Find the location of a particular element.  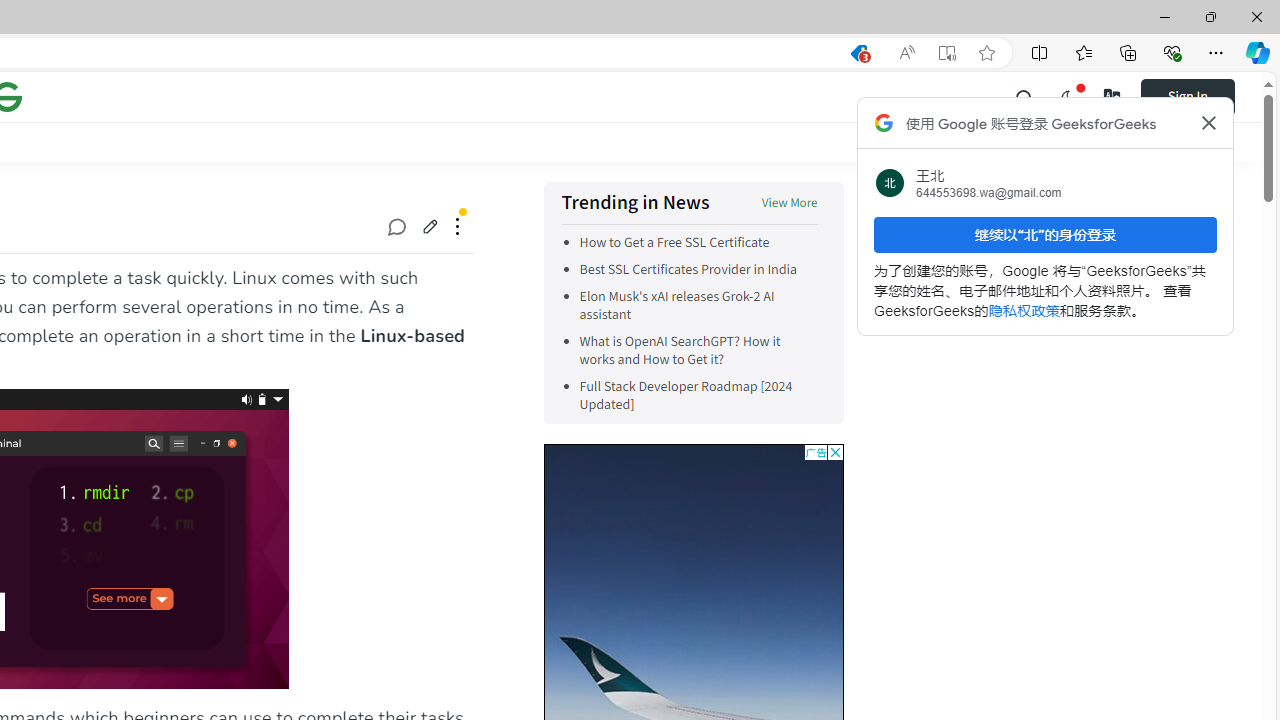

'What is OpenAI SearchGPT? How it works and How to Get it?' is located at coordinates (698, 349).